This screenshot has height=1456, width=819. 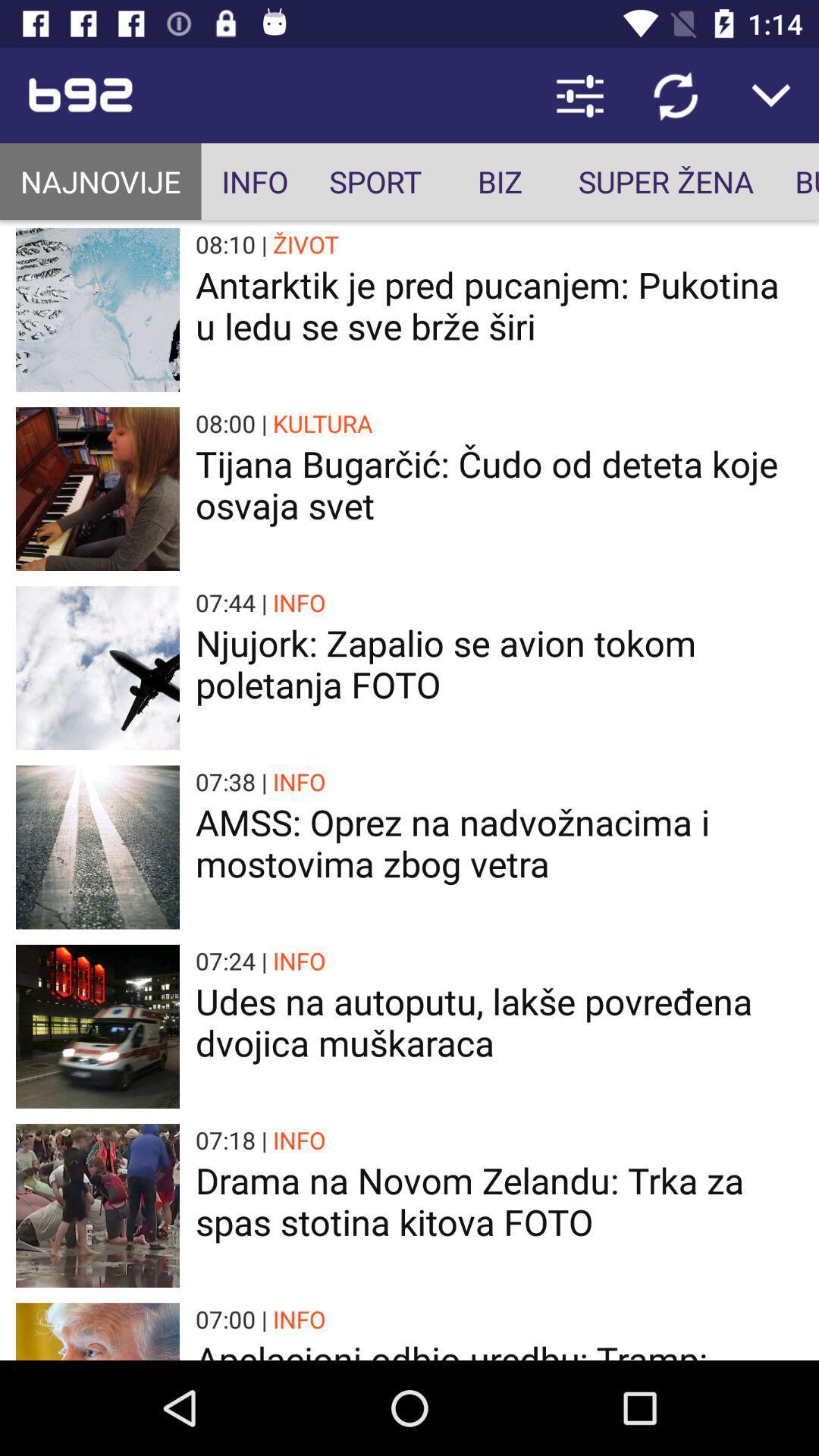 I want to click on the sliders icon, so click(x=579, y=94).